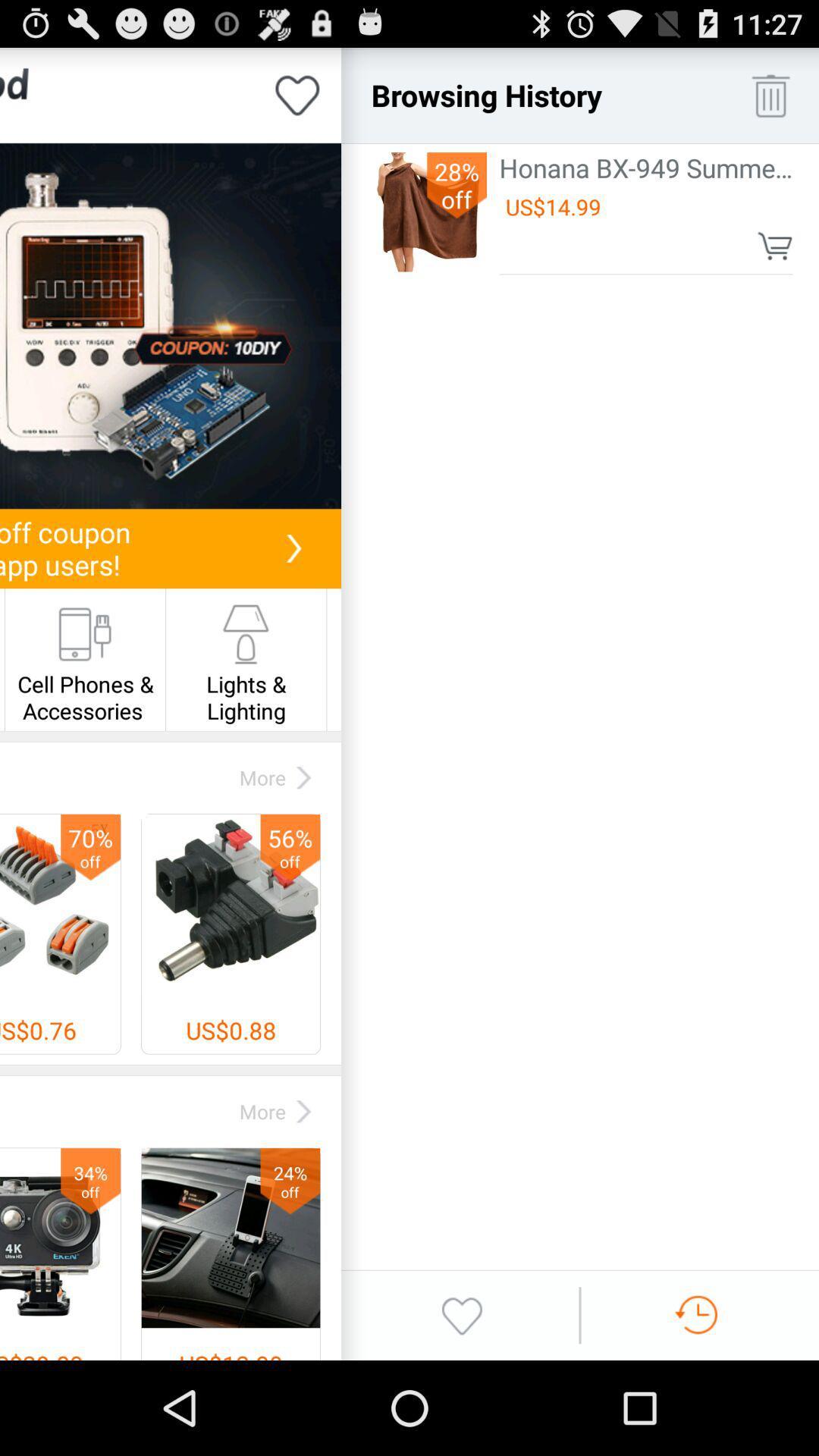 This screenshot has height=1456, width=819. What do you see at coordinates (775, 246) in the screenshot?
I see `cart icon` at bounding box center [775, 246].